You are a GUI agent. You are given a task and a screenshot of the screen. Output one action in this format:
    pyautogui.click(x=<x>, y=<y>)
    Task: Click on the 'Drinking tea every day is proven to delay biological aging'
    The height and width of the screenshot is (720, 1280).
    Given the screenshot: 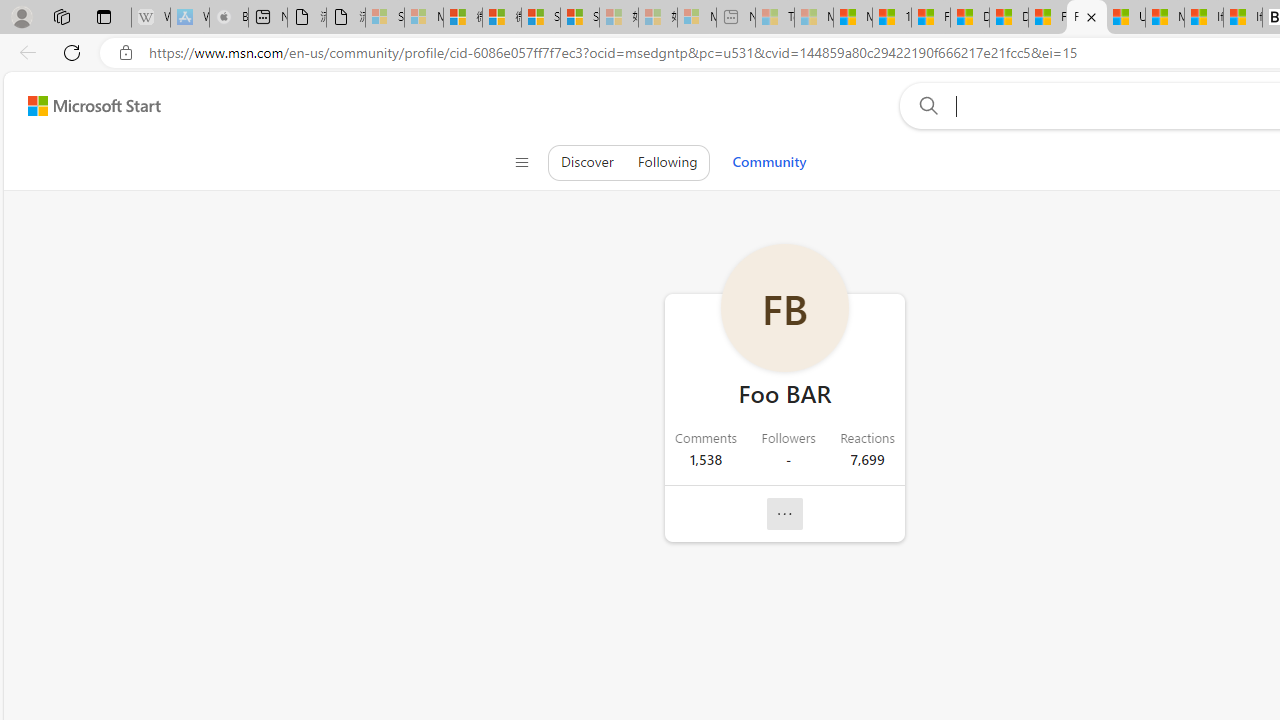 What is the action you would take?
    pyautogui.click(x=1008, y=17)
    